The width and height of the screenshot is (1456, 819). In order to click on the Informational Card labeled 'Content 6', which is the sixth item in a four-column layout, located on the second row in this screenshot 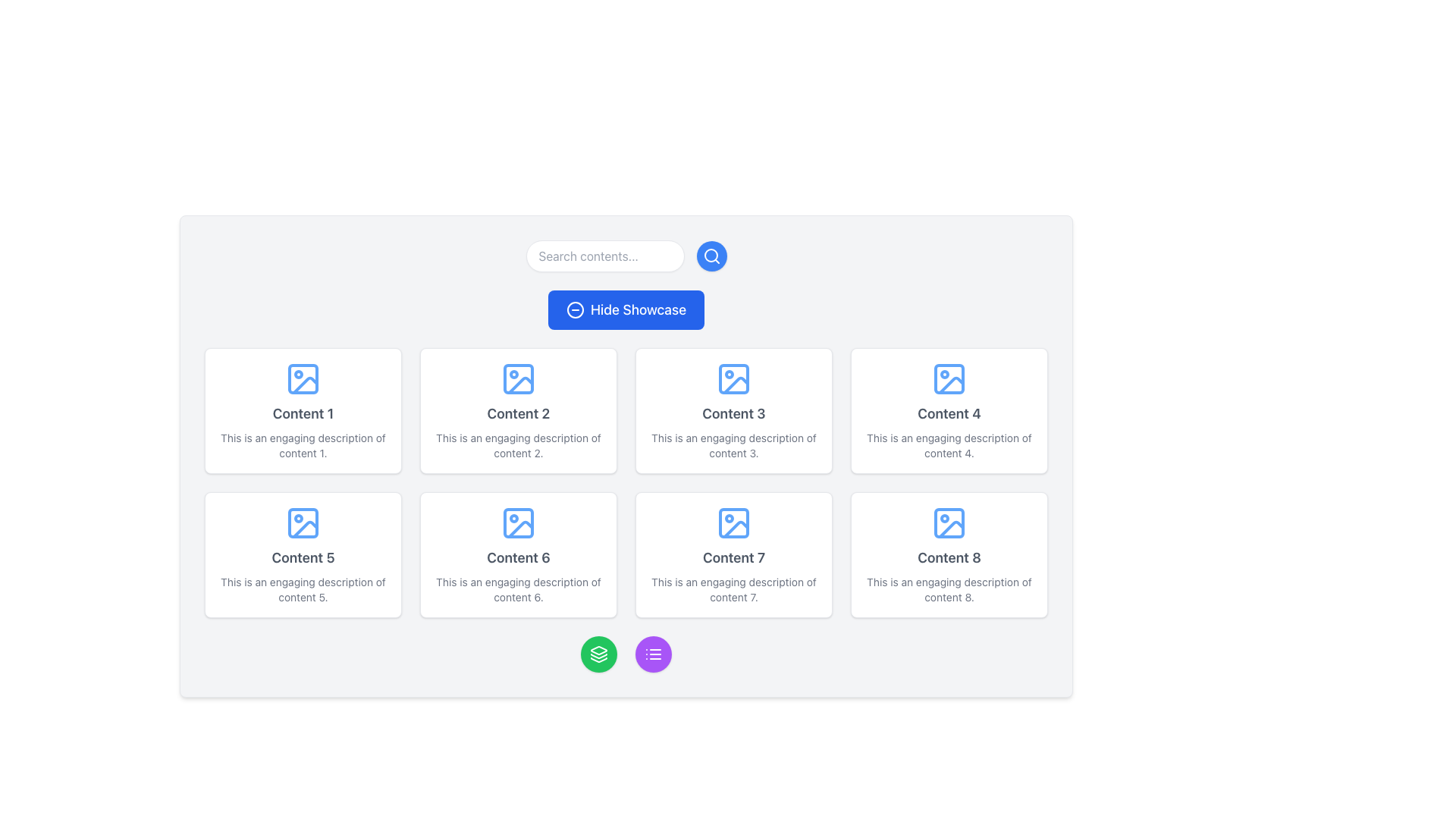, I will do `click(519, 555)`.